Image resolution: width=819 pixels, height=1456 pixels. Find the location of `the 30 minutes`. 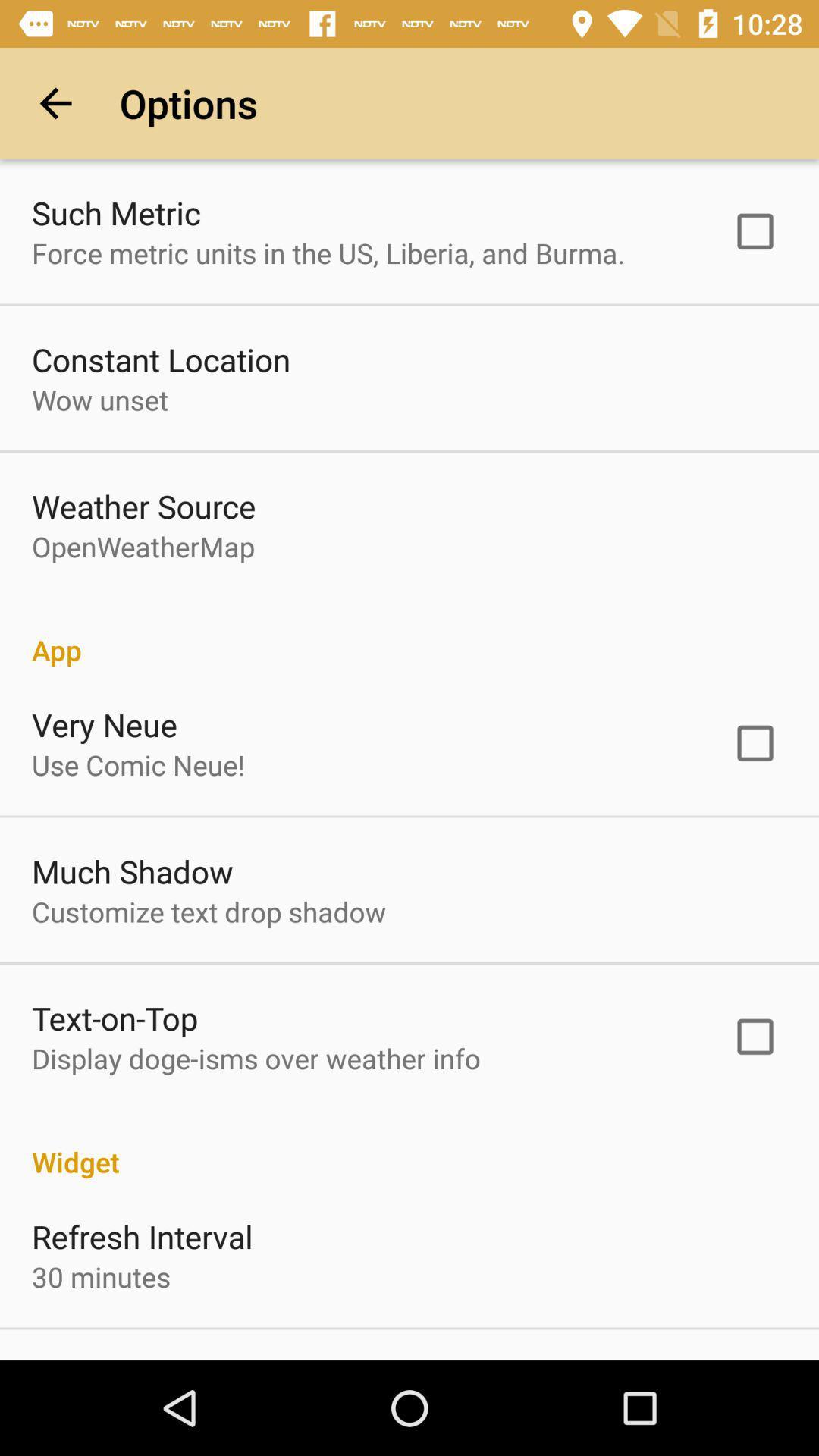

the 30 minutes is located at coordinates (101, 1276).